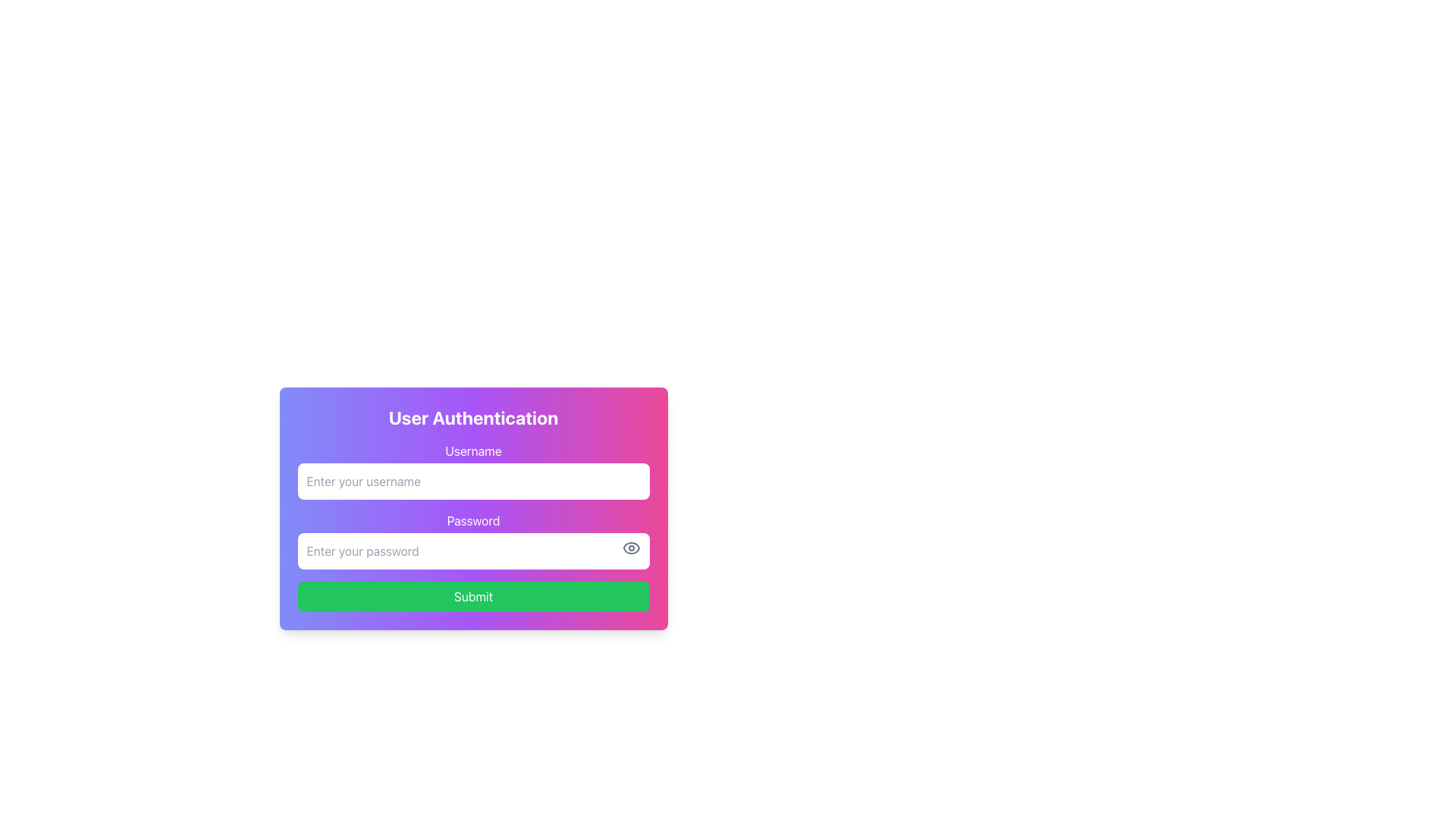 Image resolution: width=1456 pixels, height=819 pixels. Describe the element at coordinates (472, 548) in the screenshot. I see `the password input field to type a password, which is the second input field below the 'Username' field and above the 'Submit' button` at that location.